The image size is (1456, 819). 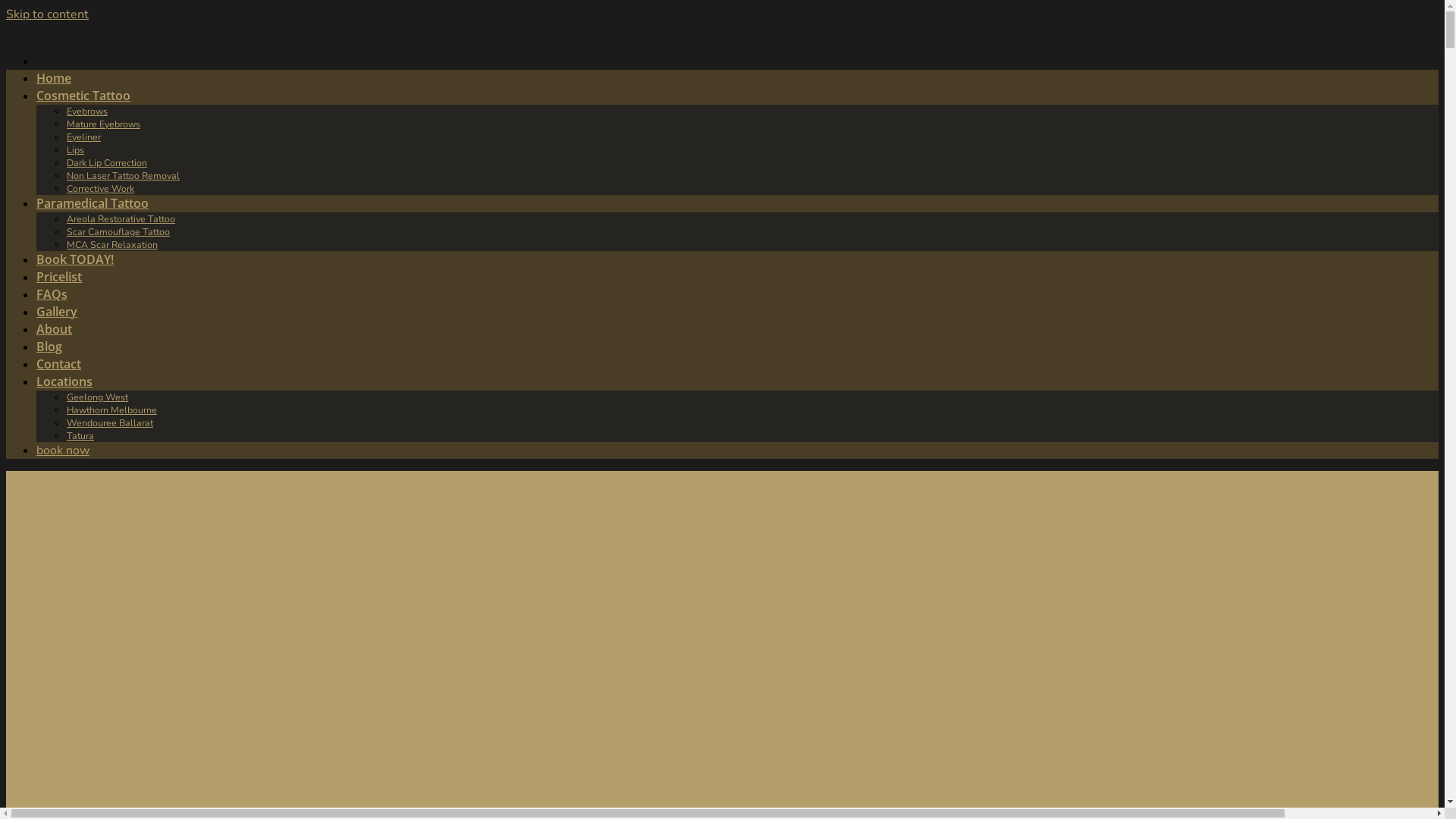 I want to click on 'Paramedical Tattoo', so click(x=91, y=202).